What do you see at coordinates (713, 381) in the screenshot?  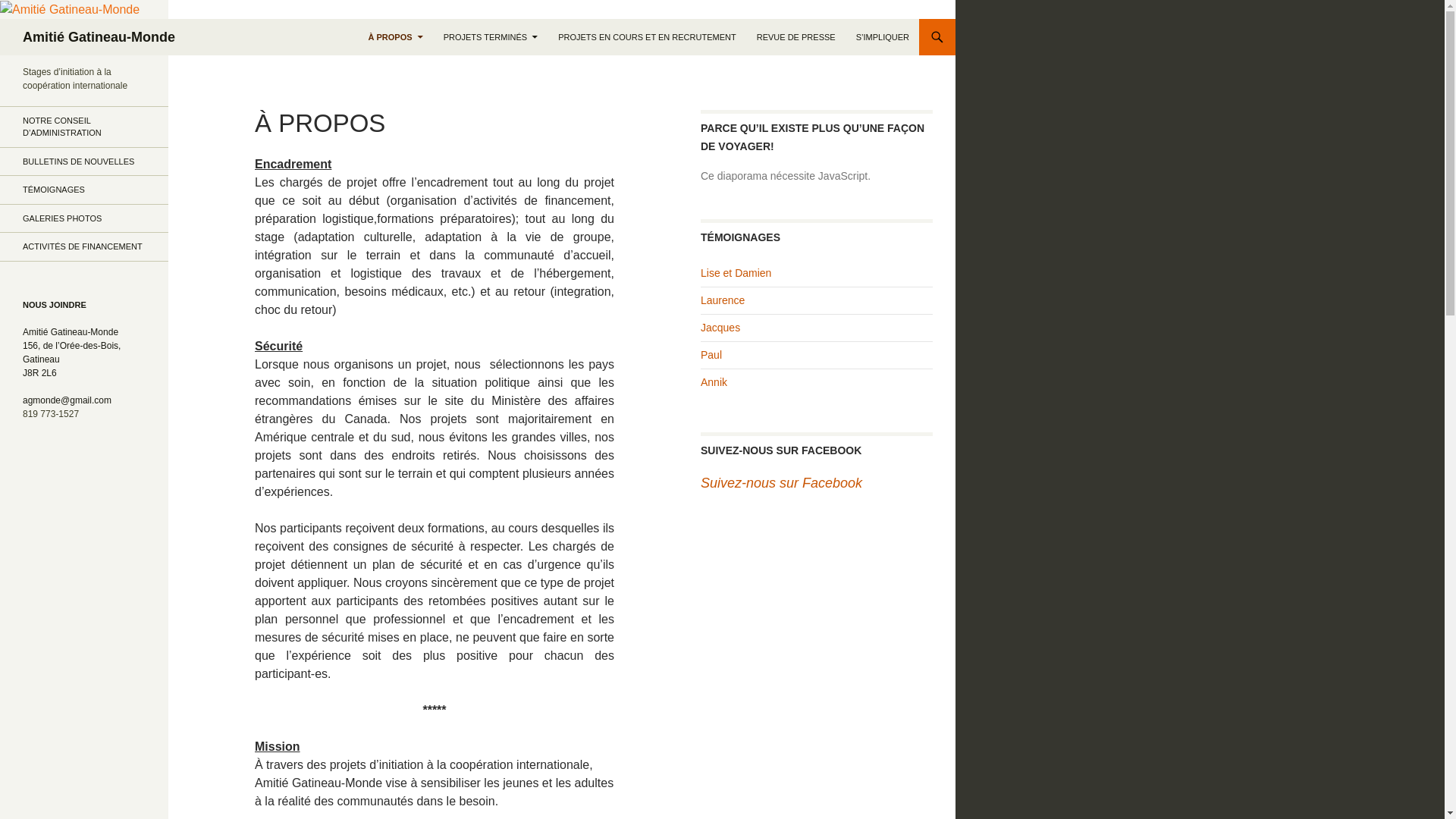 I see `'Annik'` at bounding box center [713, 381].